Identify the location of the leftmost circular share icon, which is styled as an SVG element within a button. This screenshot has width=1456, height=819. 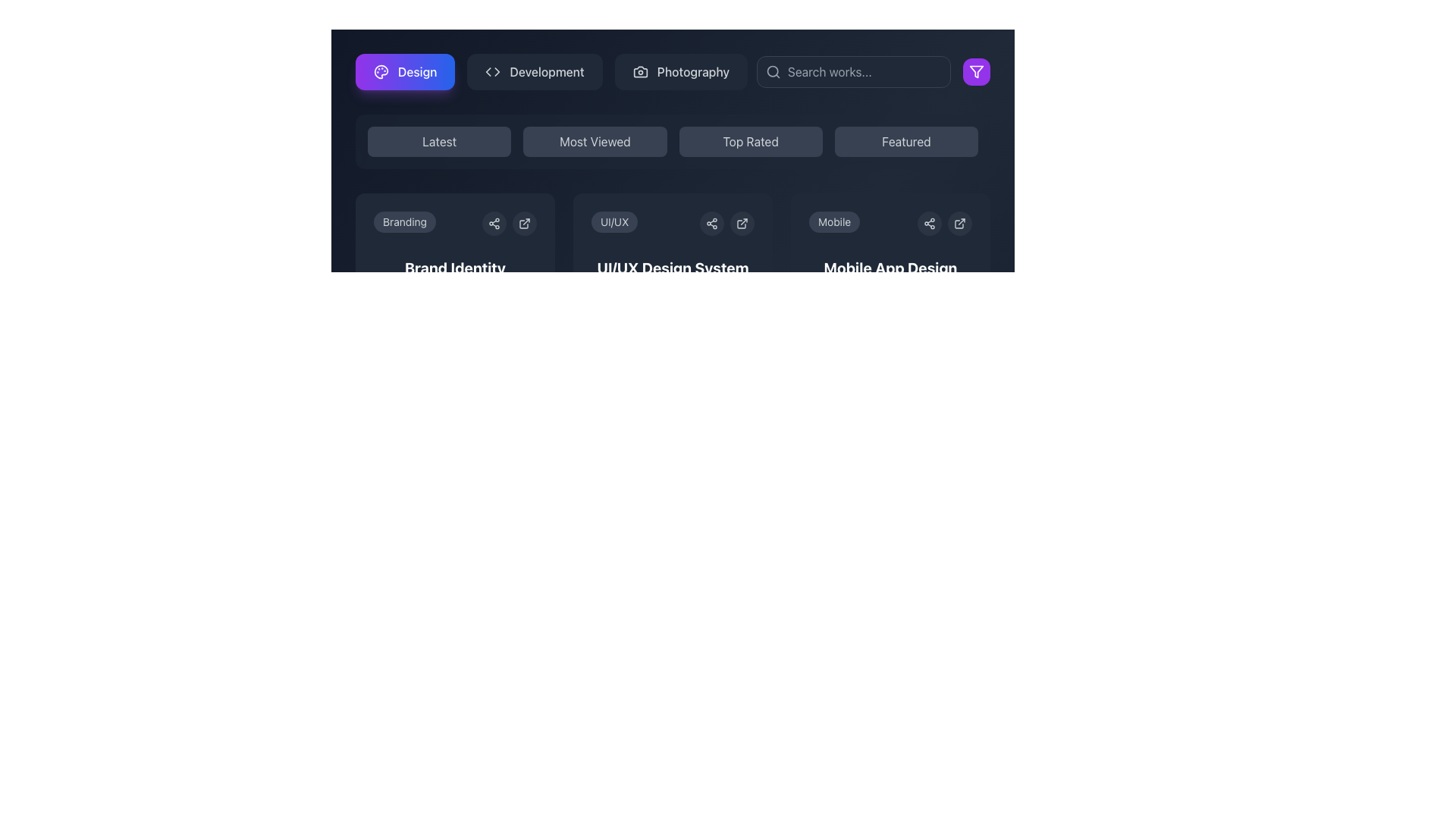
(928, 223).